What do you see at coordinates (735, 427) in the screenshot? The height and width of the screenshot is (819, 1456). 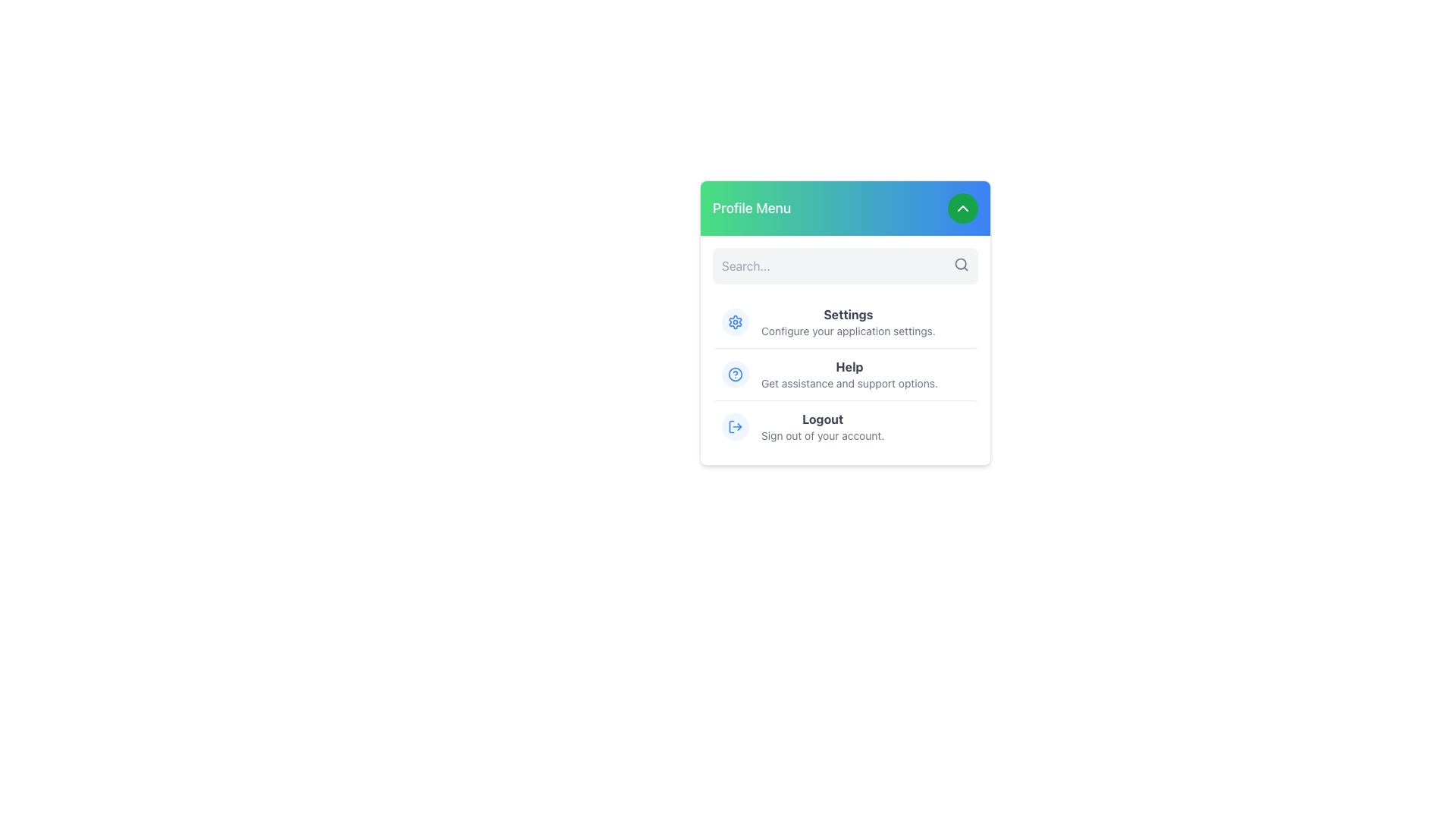 I see `the logout icon, which is a small circular component with a white background and a light blue border, located directly to the left of the 'Logout' label in the dropdown menu` at bounding box center [735, 427].